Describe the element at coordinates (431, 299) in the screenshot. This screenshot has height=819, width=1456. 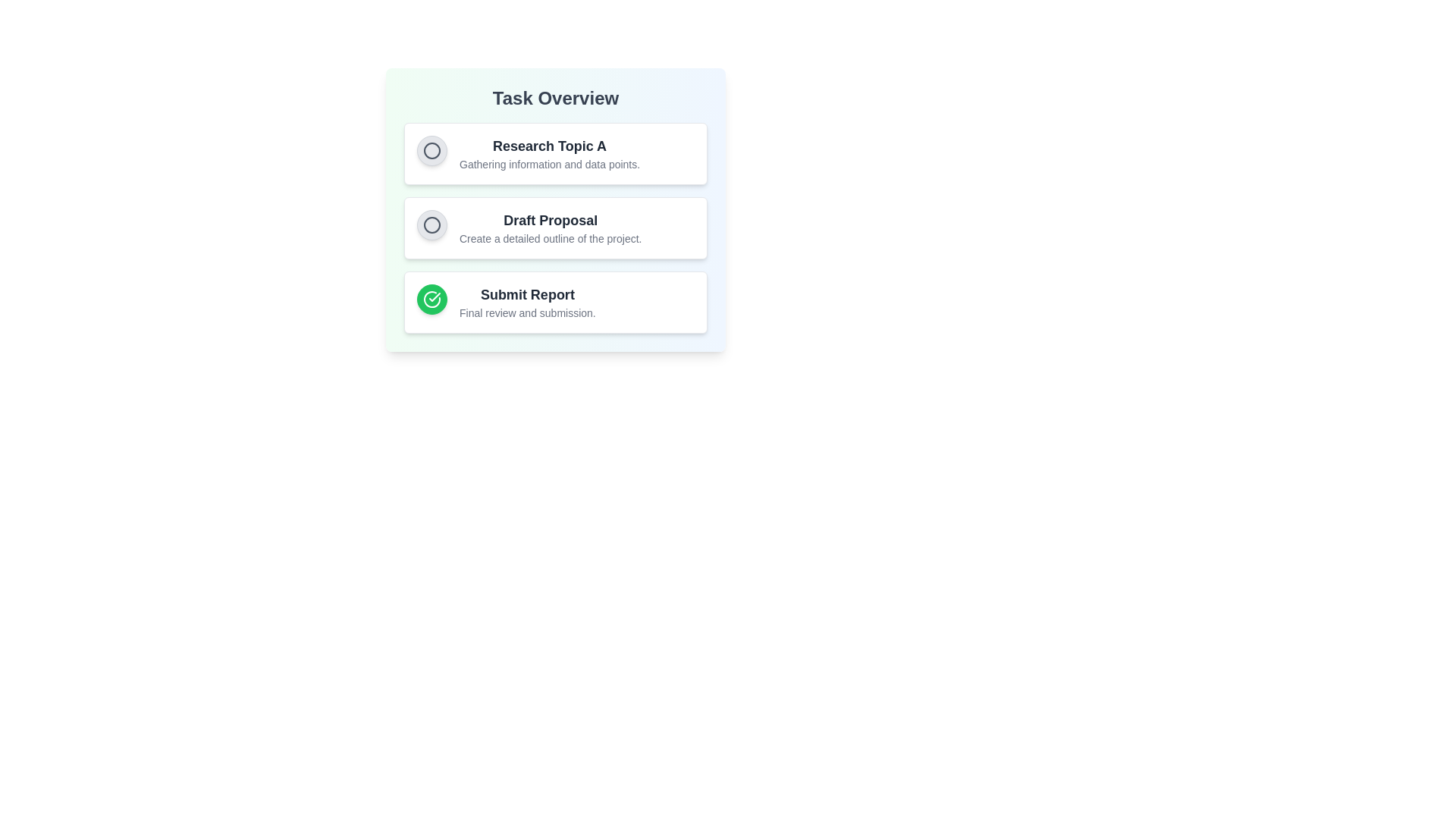
I see `the green circular button with a checkmark symbol` at that location.